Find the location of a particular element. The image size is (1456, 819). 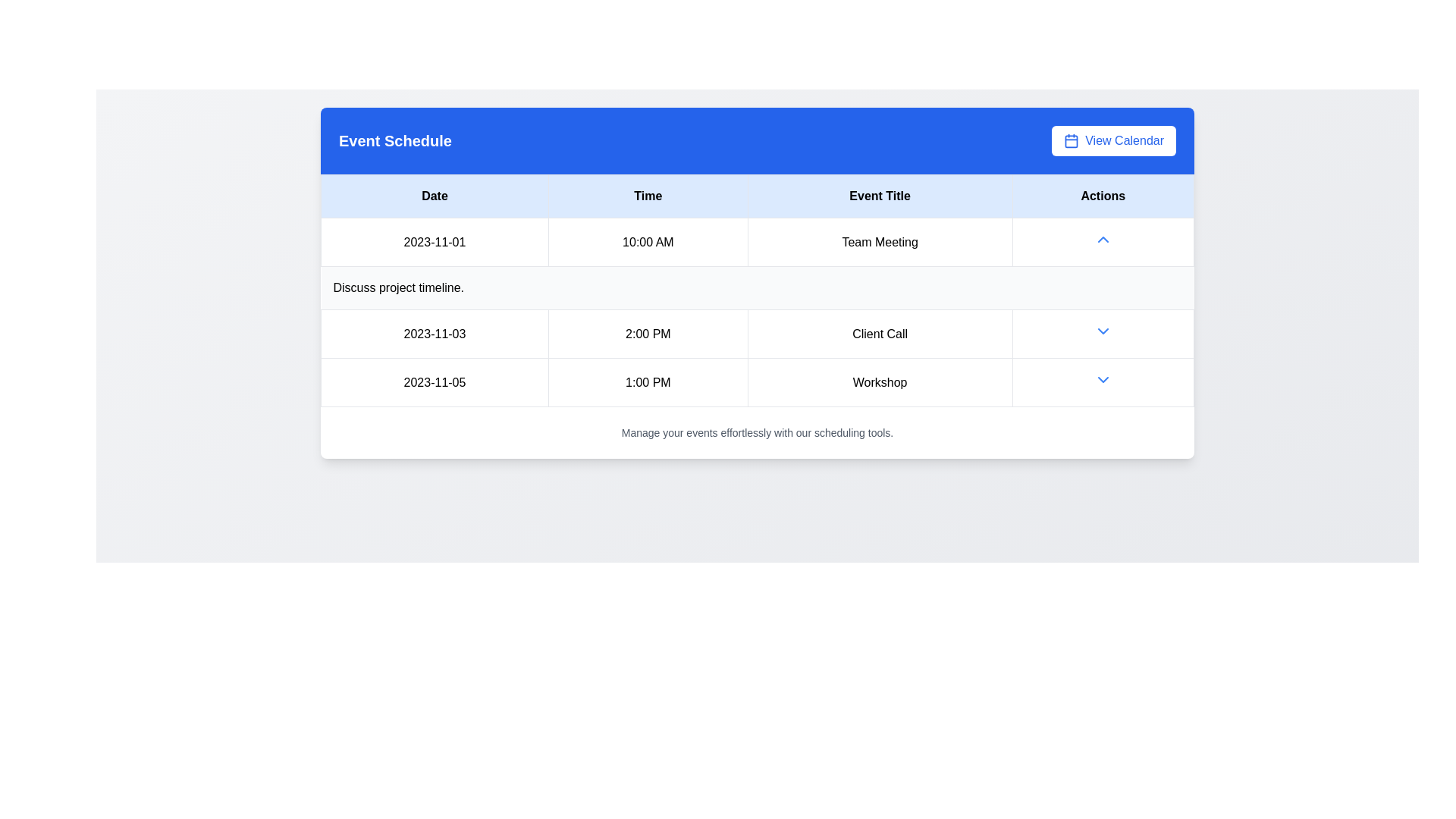

text from the Text Label that contains 'Team Meeting', which is the third element in the 'Event Title' column of the table is located at coordinates (880, 241).